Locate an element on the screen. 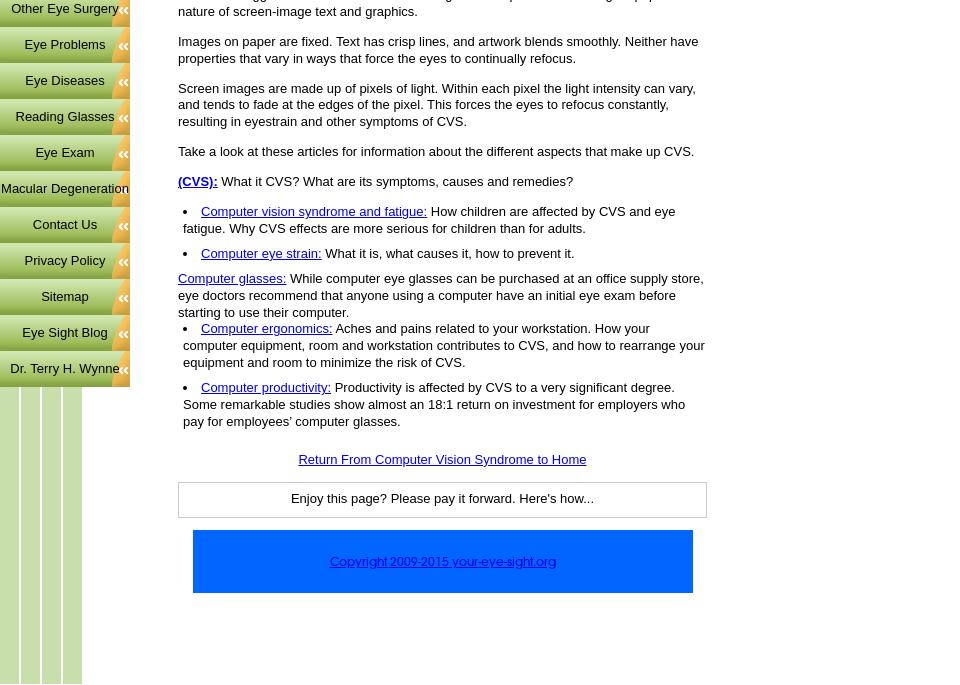  'Contact Us' is located at coordinates (64, 222).